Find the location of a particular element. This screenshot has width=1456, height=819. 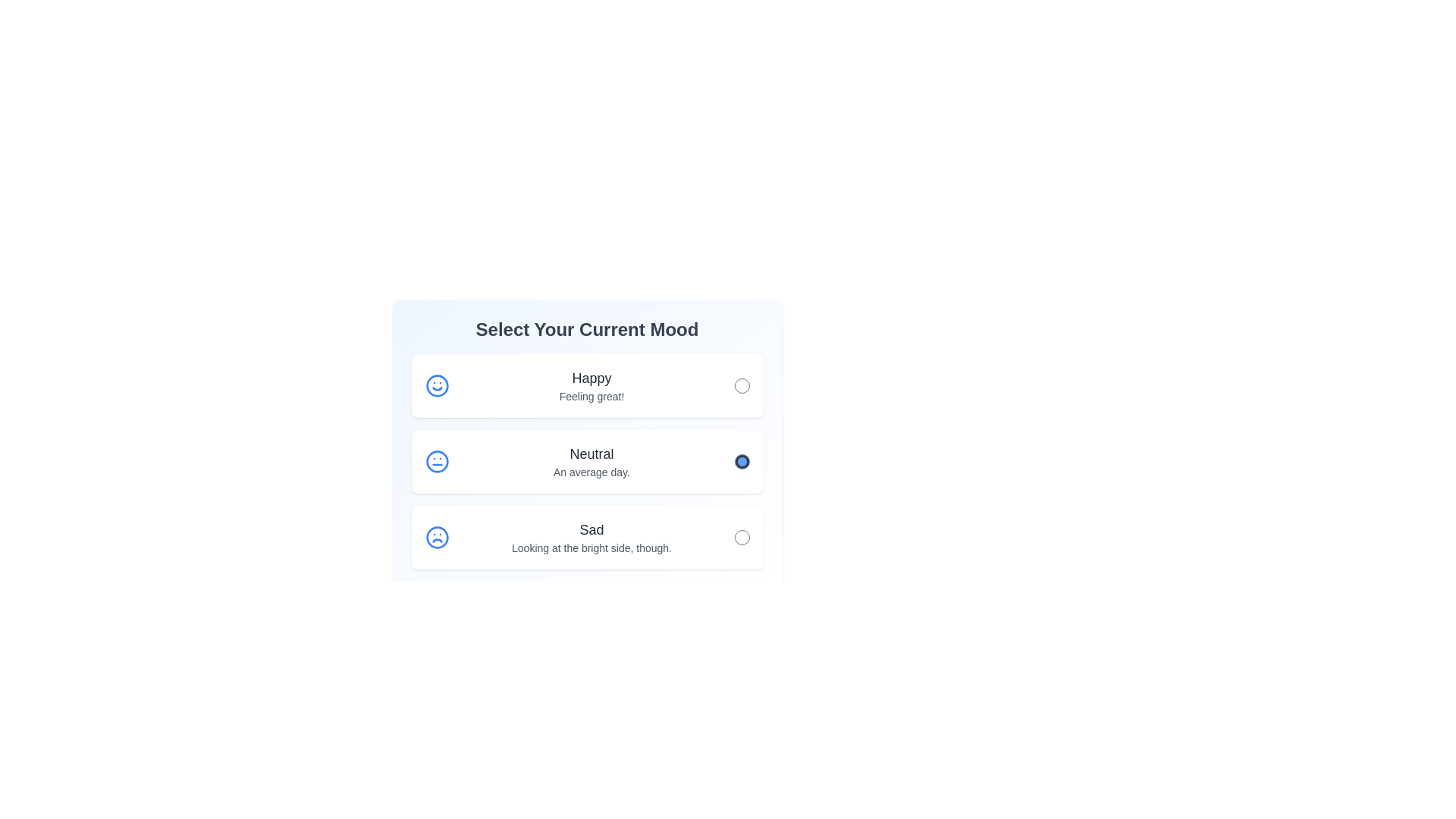

the circular shape in the second mood selection card titled 'Neutral', part of the mood selection interface is located at coordinates (436, 461).